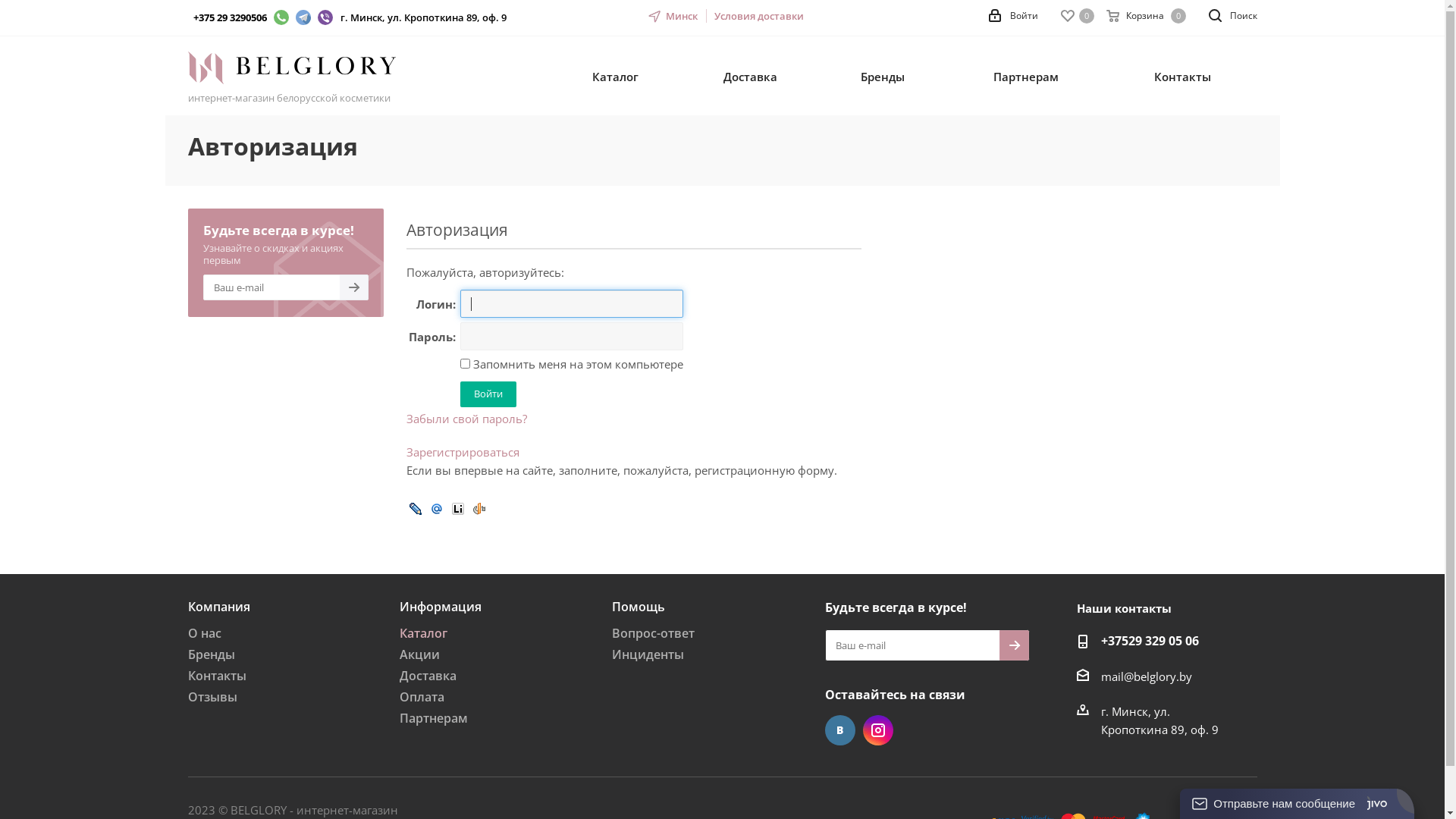 The image size is (1456, 819). What do you see at coordinates (415, 507) in the screenshot?
I see `'Livejournal'` at bounding box center [415, 507].